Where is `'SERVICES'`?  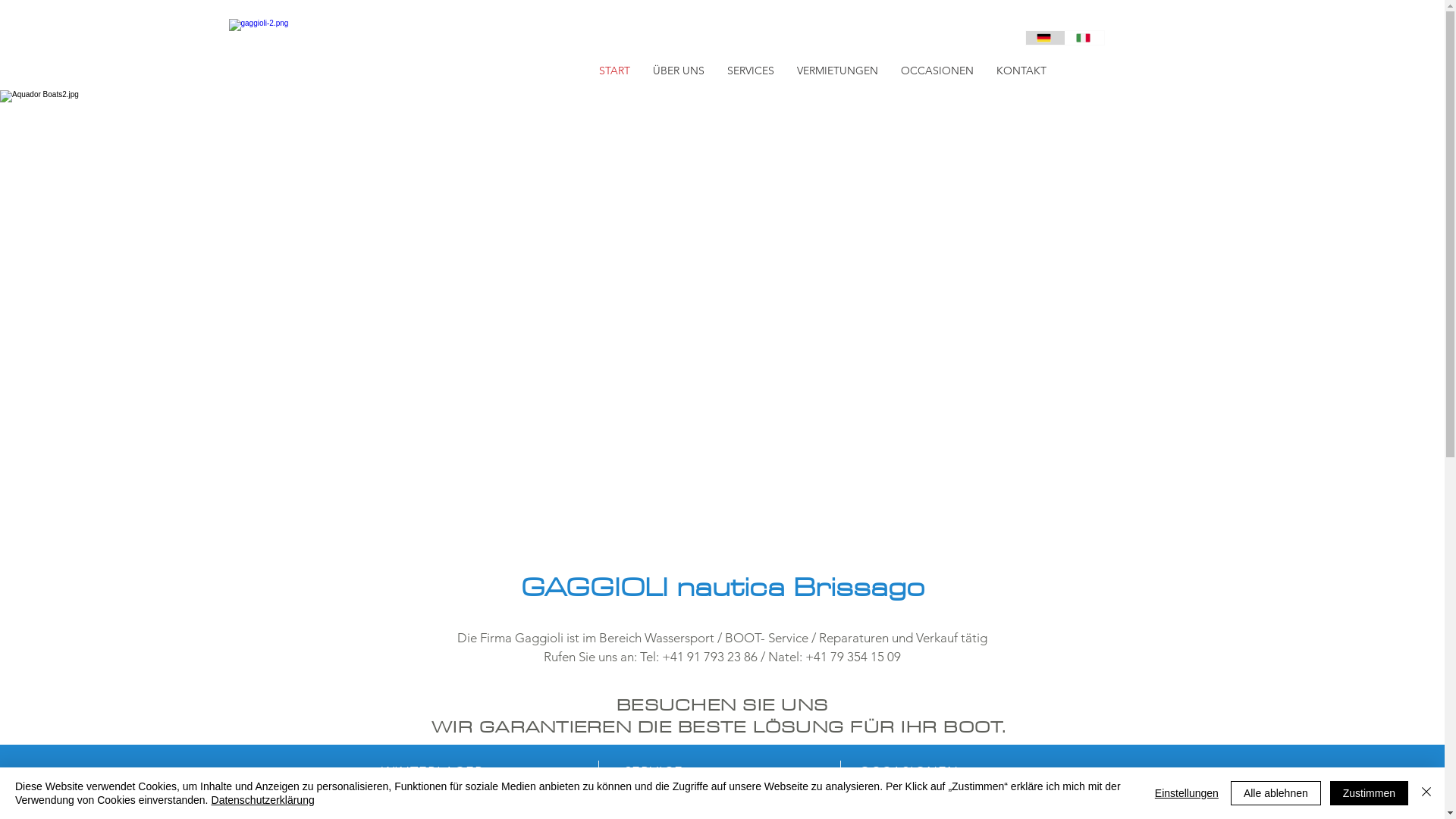
'SERVICES' is located at coordinates (750, 70).